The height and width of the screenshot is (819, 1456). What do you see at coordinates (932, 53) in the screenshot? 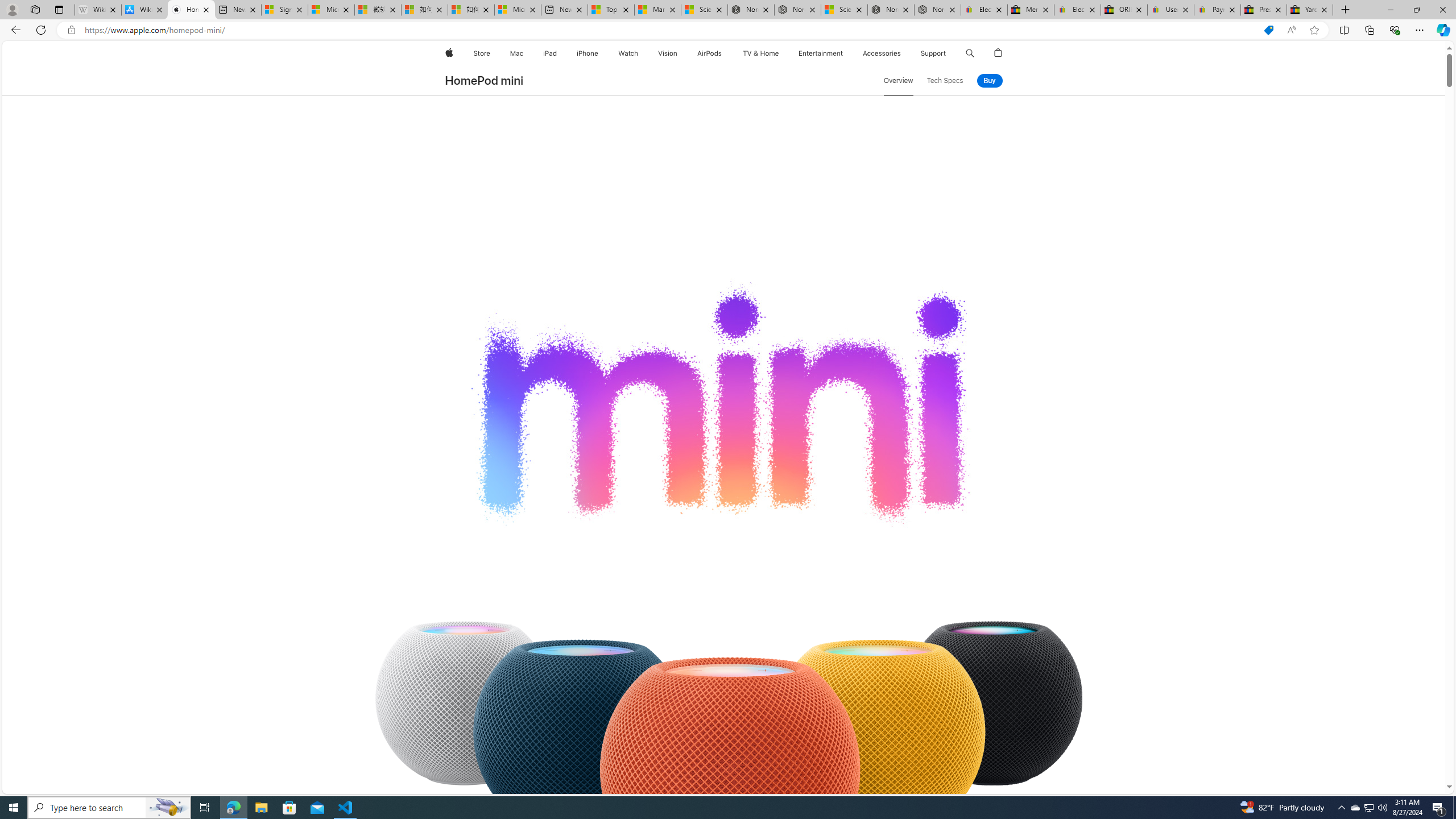
I see `'Support'` at bounding box center [932, 53].